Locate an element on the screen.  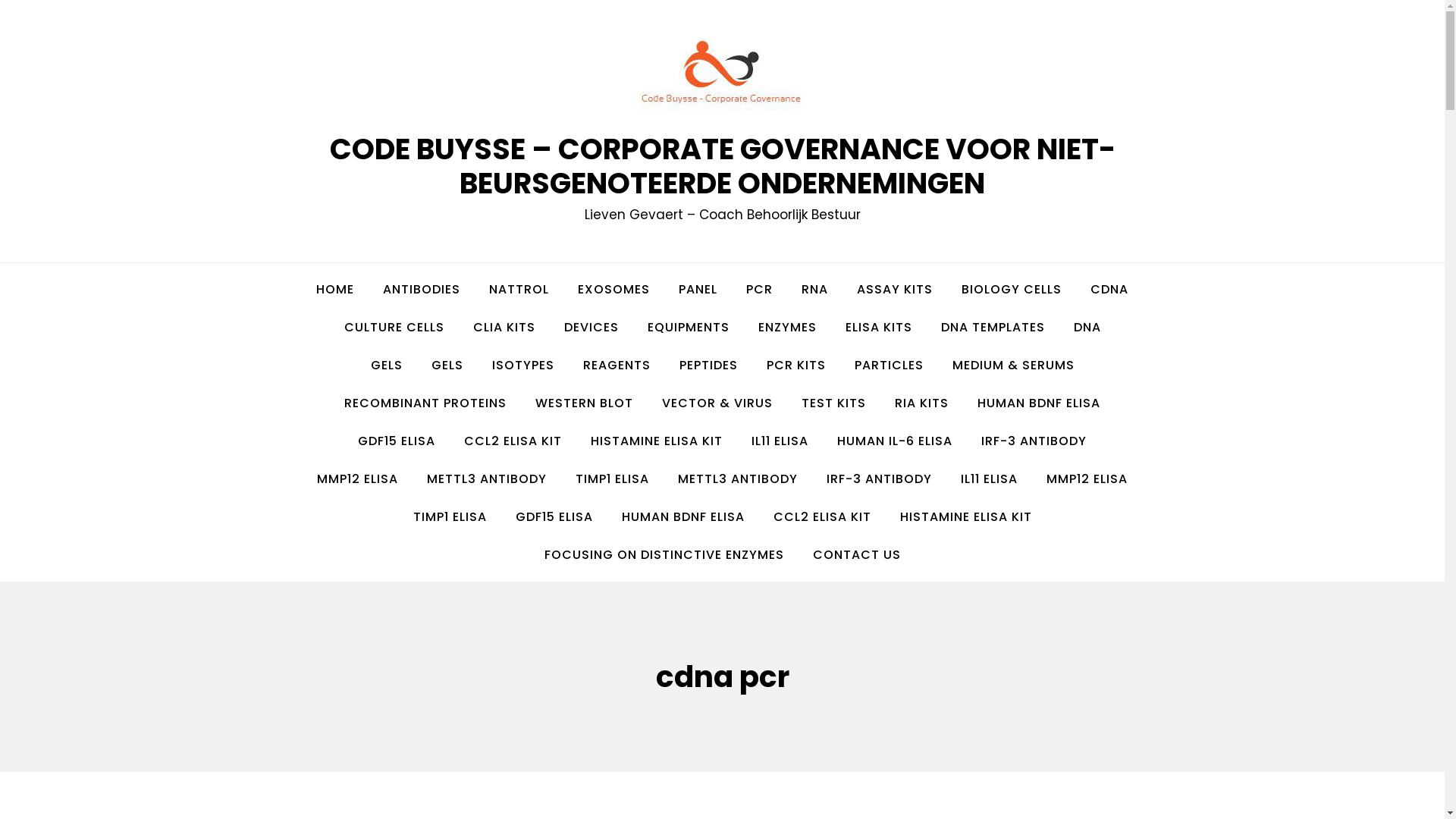
'ISOTYPES' is located at coordinates (479, 366).